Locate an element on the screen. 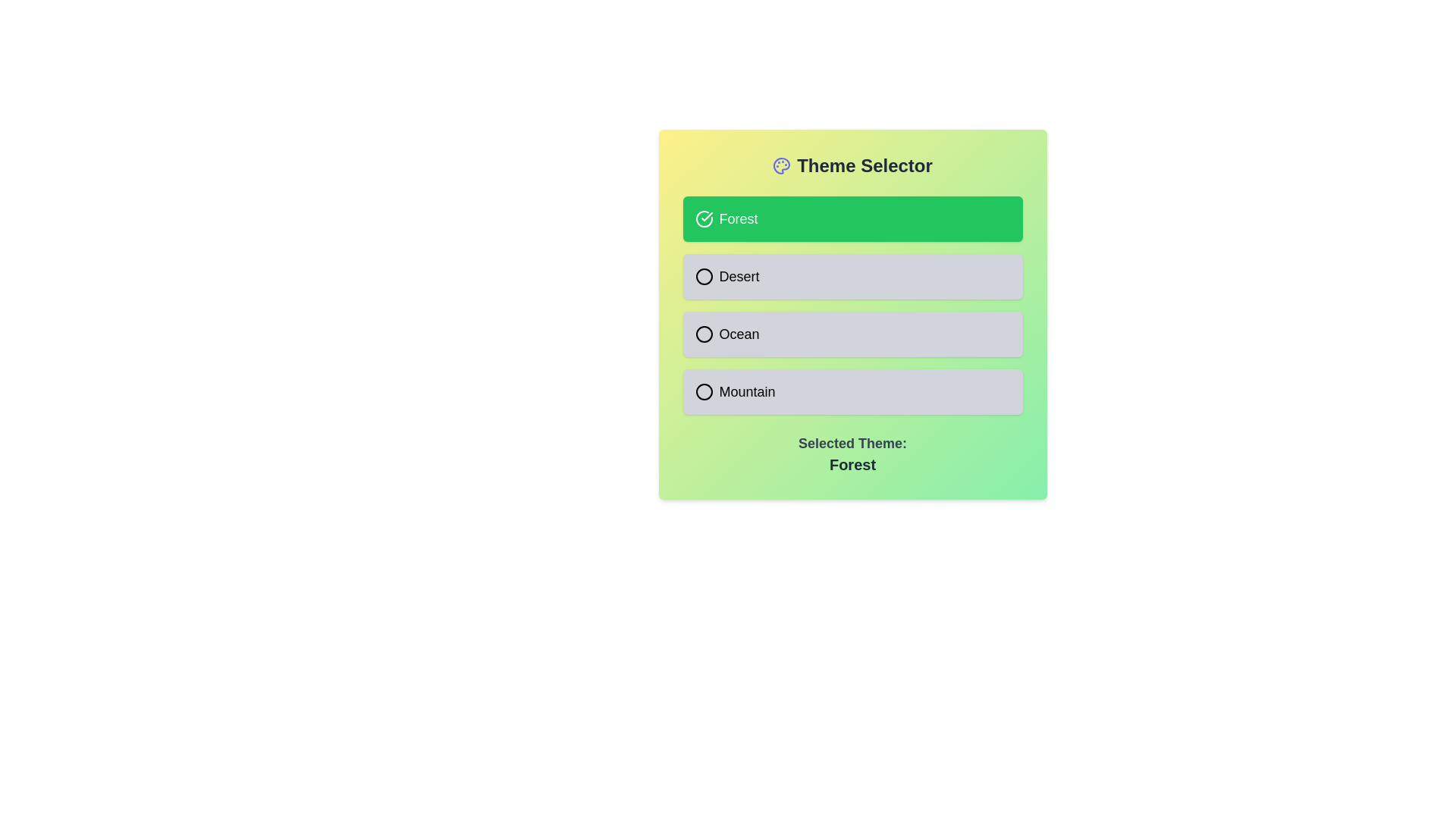 The height and width of the screenshot is (819, 1456). the theme option Forest to select it is located at coordinates (852, 219).